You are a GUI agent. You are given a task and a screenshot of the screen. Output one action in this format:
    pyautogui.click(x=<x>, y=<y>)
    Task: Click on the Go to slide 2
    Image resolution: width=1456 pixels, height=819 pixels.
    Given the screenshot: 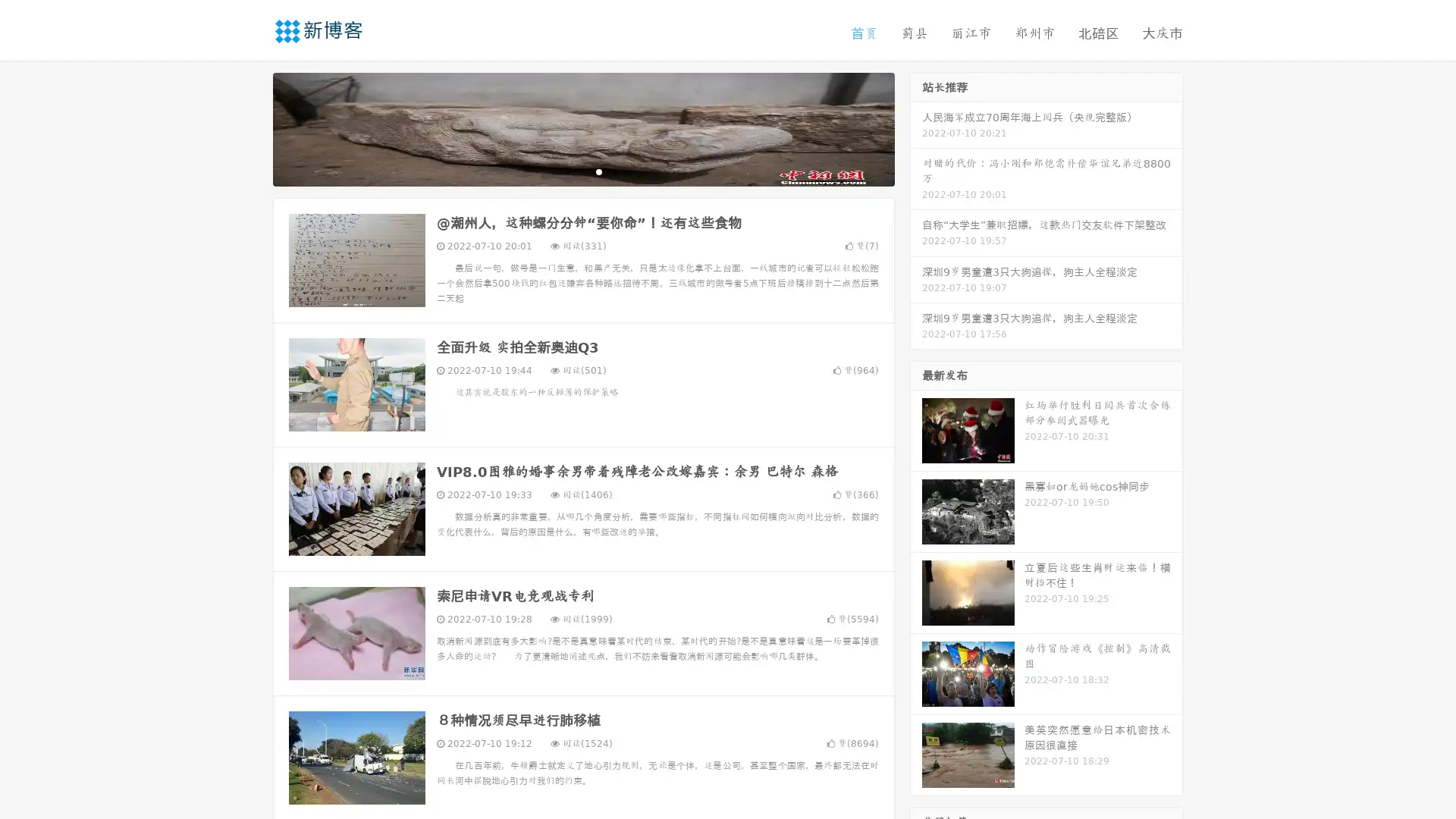 What is the action you would take?
    pyautogui.click(x=582, y=171)
    